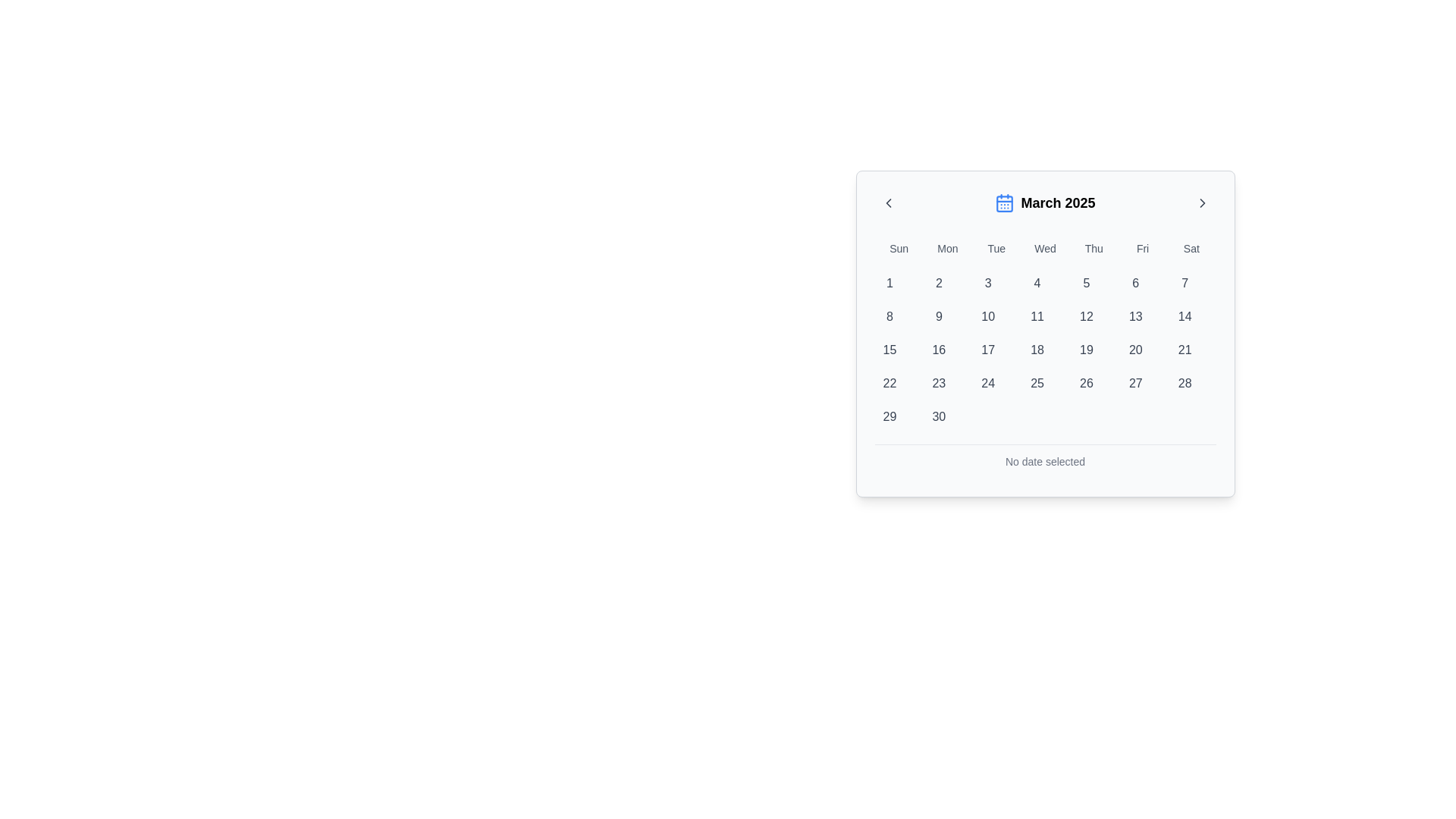  What do you see at coordinates (1085, 315) in the screenshot?
I see `the day selection button representing the date '12' in the calendar interface, located in the second row, sixth column` at bounding box center [1085, 315].